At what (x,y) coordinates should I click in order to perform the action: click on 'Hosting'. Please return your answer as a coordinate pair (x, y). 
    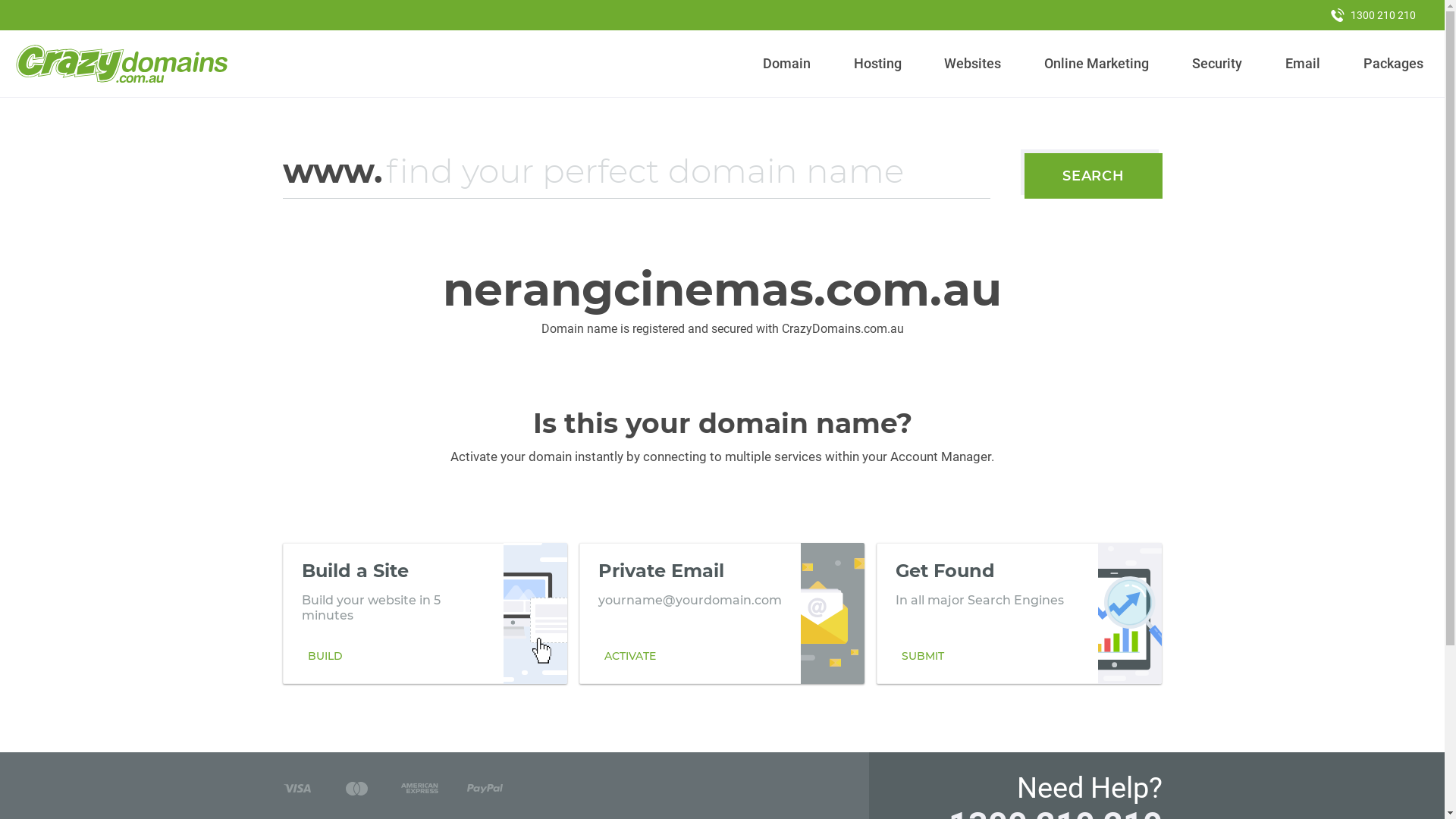
    Looking at the image, I should click on (846, 63).